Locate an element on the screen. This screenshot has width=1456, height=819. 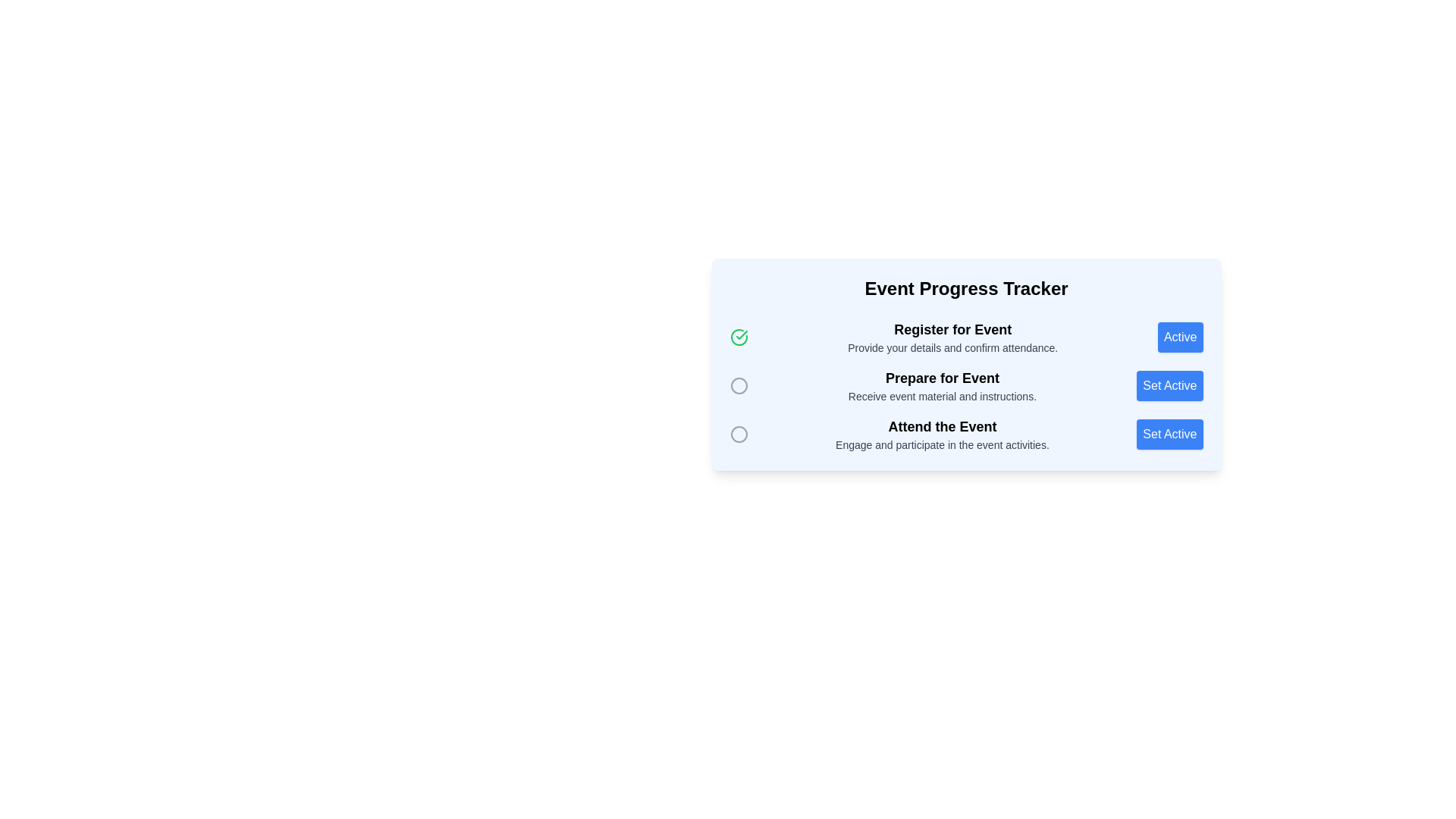
the last button on the right side of the 'Event Progress Tracker' UI component is located at coordinates (1169, 435).